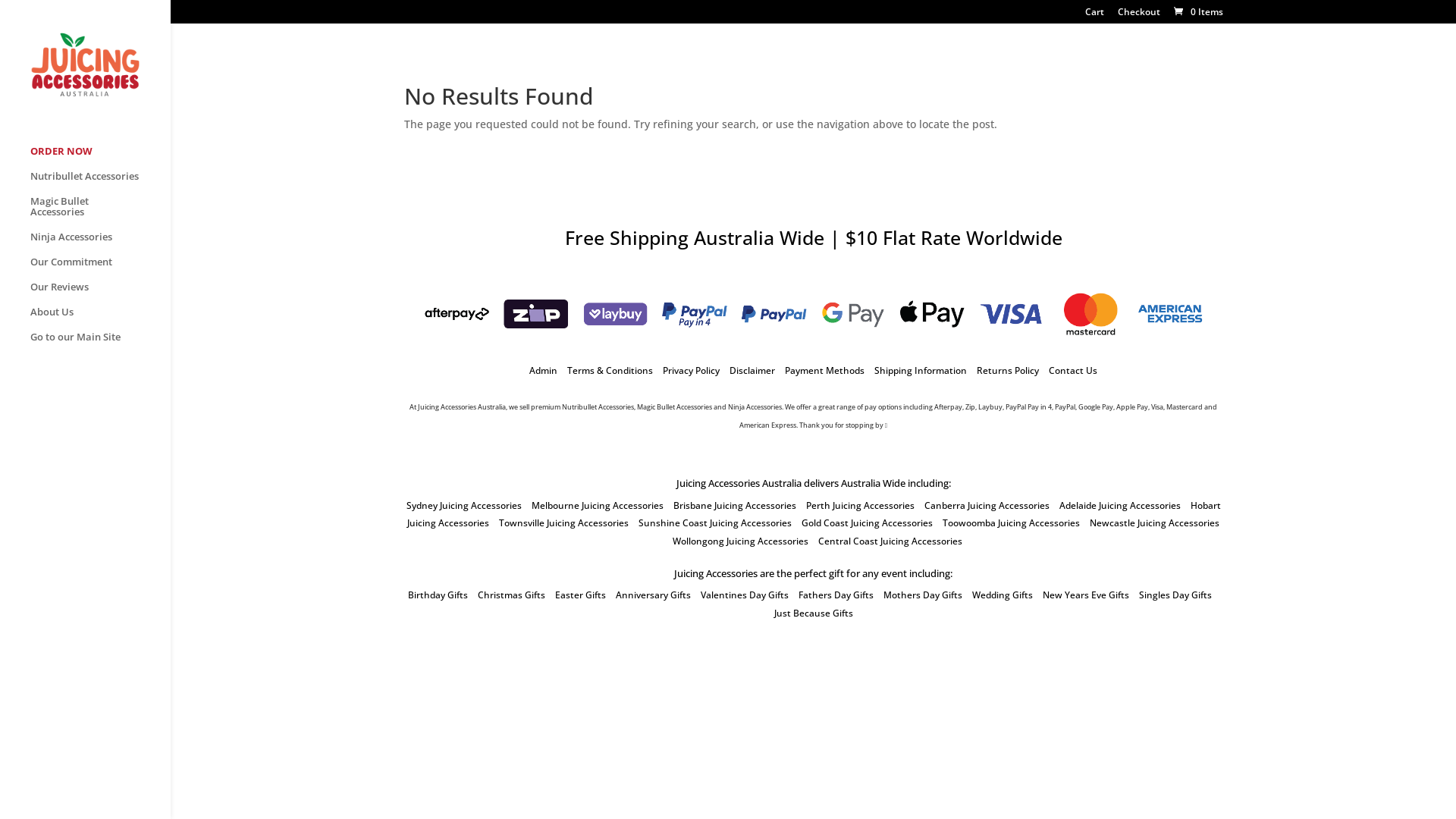 The image size is (1456, 819). Describe the element at coordinates (1094, 15) in the screenshot. I see `'Cart'` at that location.